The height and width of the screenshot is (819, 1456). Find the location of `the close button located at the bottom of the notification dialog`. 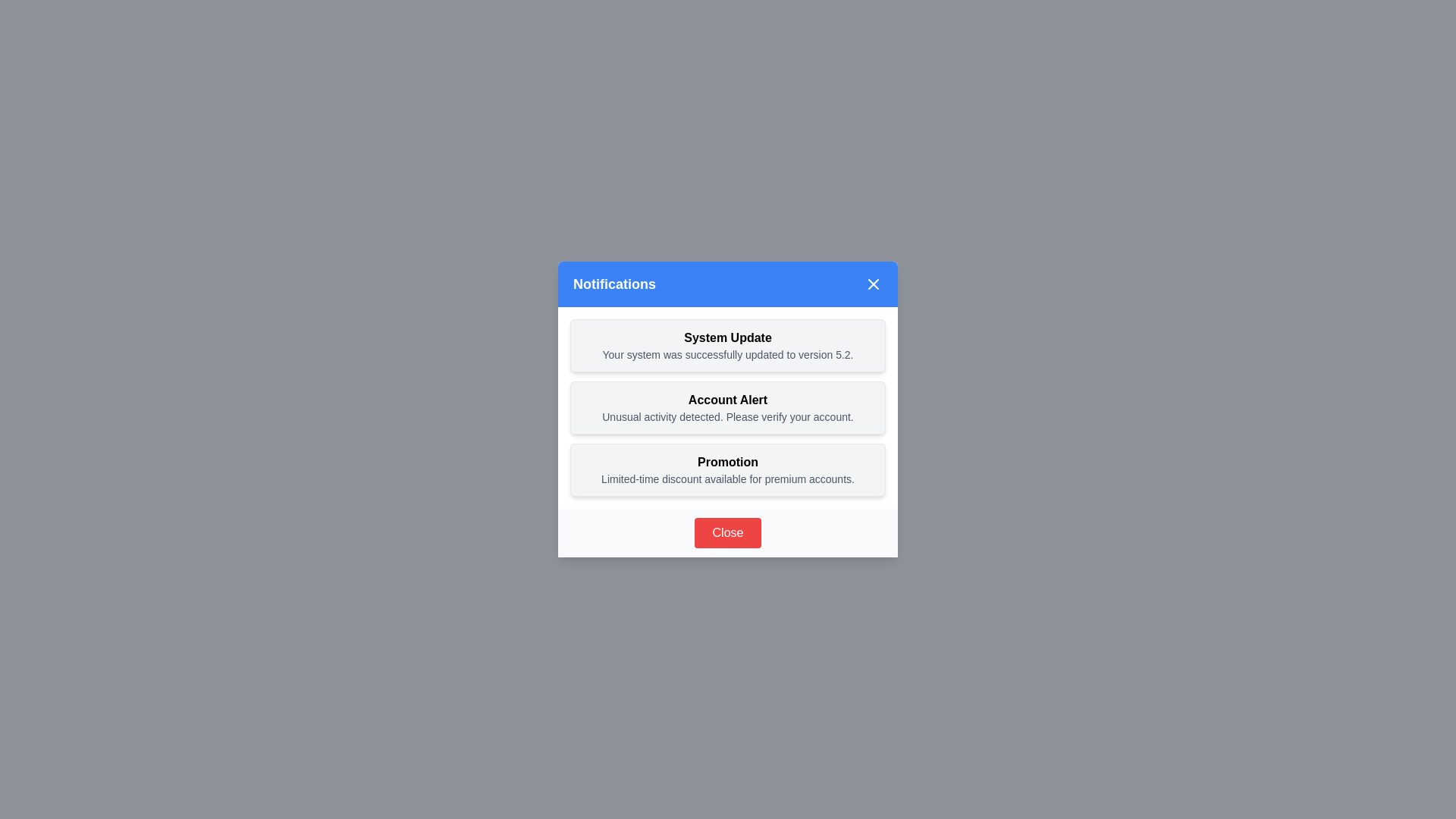

the close button located at the bottom of the notification dialog is located at coordinates (728, 532).